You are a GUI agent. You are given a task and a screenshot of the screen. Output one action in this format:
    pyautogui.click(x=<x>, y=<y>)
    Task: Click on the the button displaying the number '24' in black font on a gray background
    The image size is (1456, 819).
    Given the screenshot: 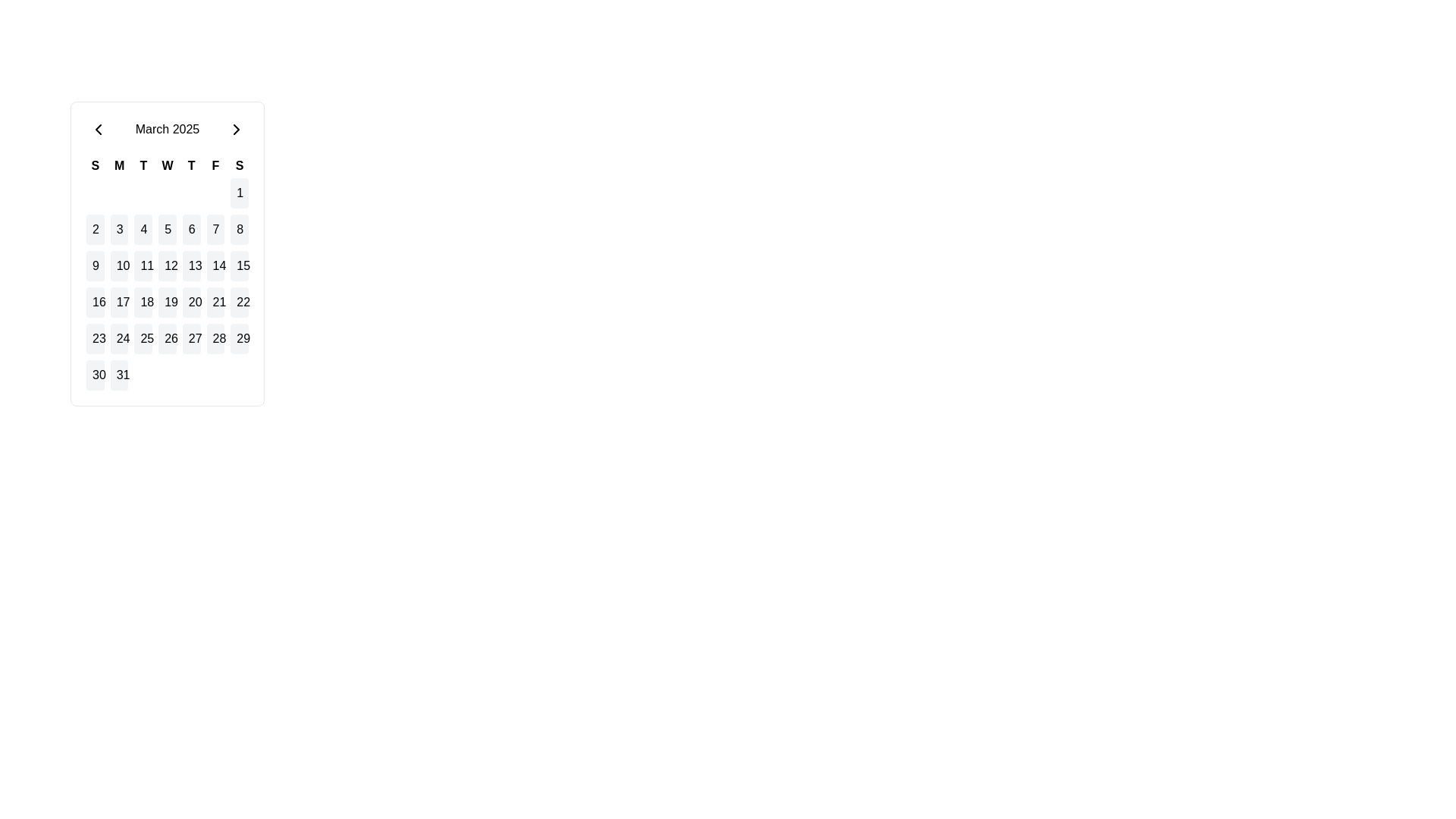 What is the action you would take?
    pyautogui.click(x=118, y=338)
    